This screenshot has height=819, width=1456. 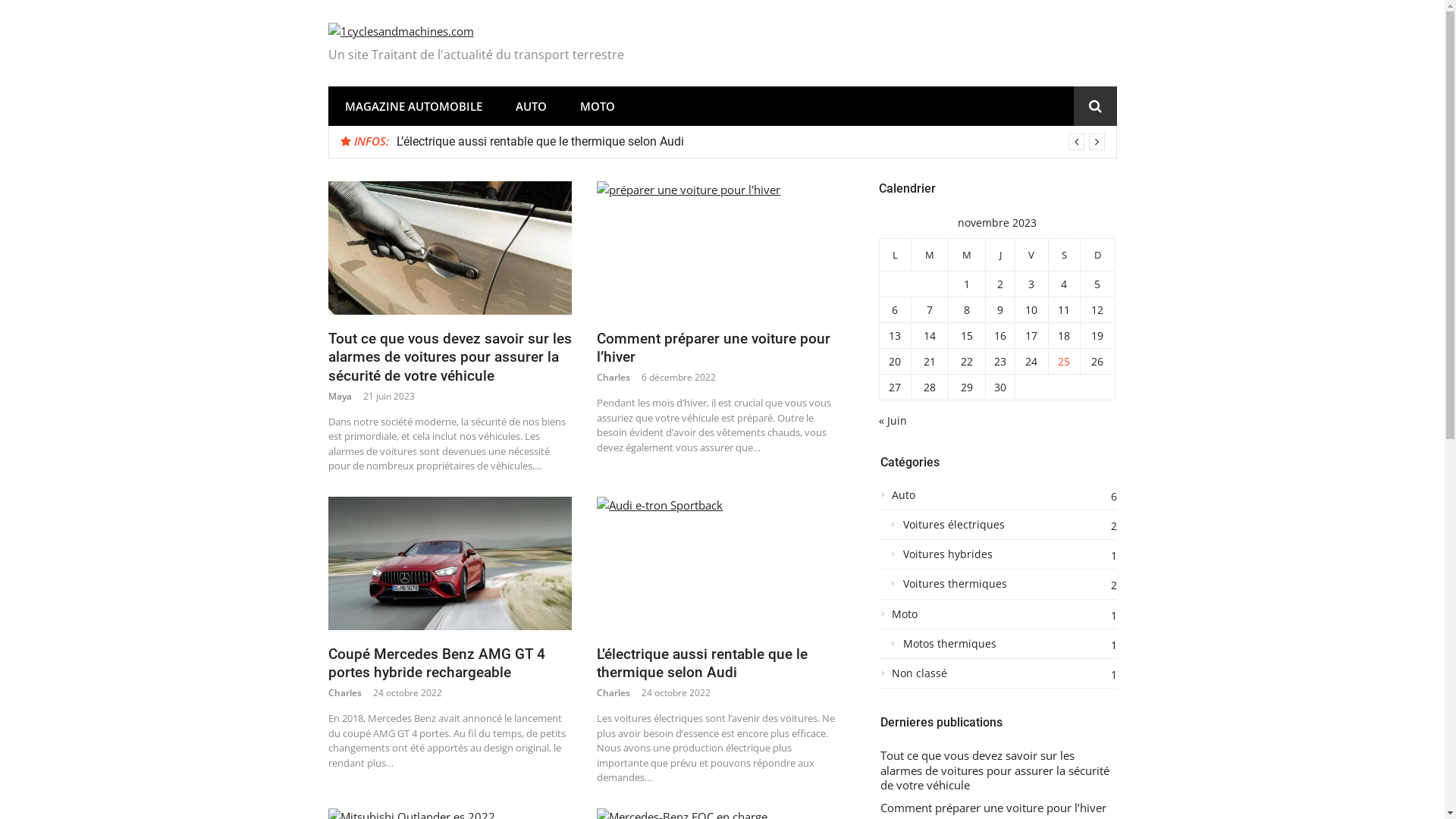 What do you see at coordinates (997, 648) in the screenshot?
I see `'Motos thermiques'` at bounding box center [997, 648].